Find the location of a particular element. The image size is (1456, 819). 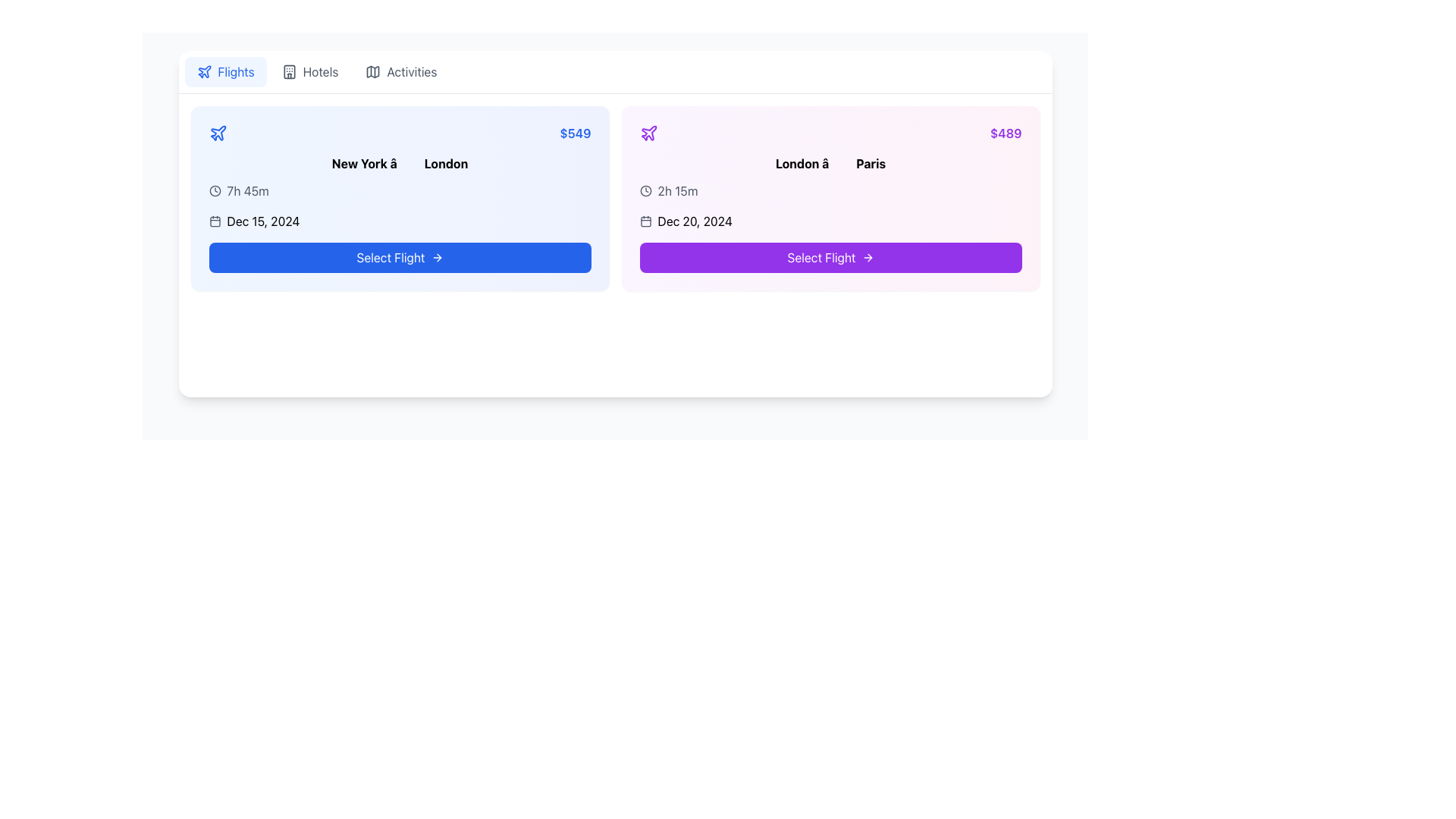

the rightward arrow icon within the 'Select Flight' button on the second card of the flight booking interface to proceed with the flight selection from London to Paris is located at coordinates (869, 256).